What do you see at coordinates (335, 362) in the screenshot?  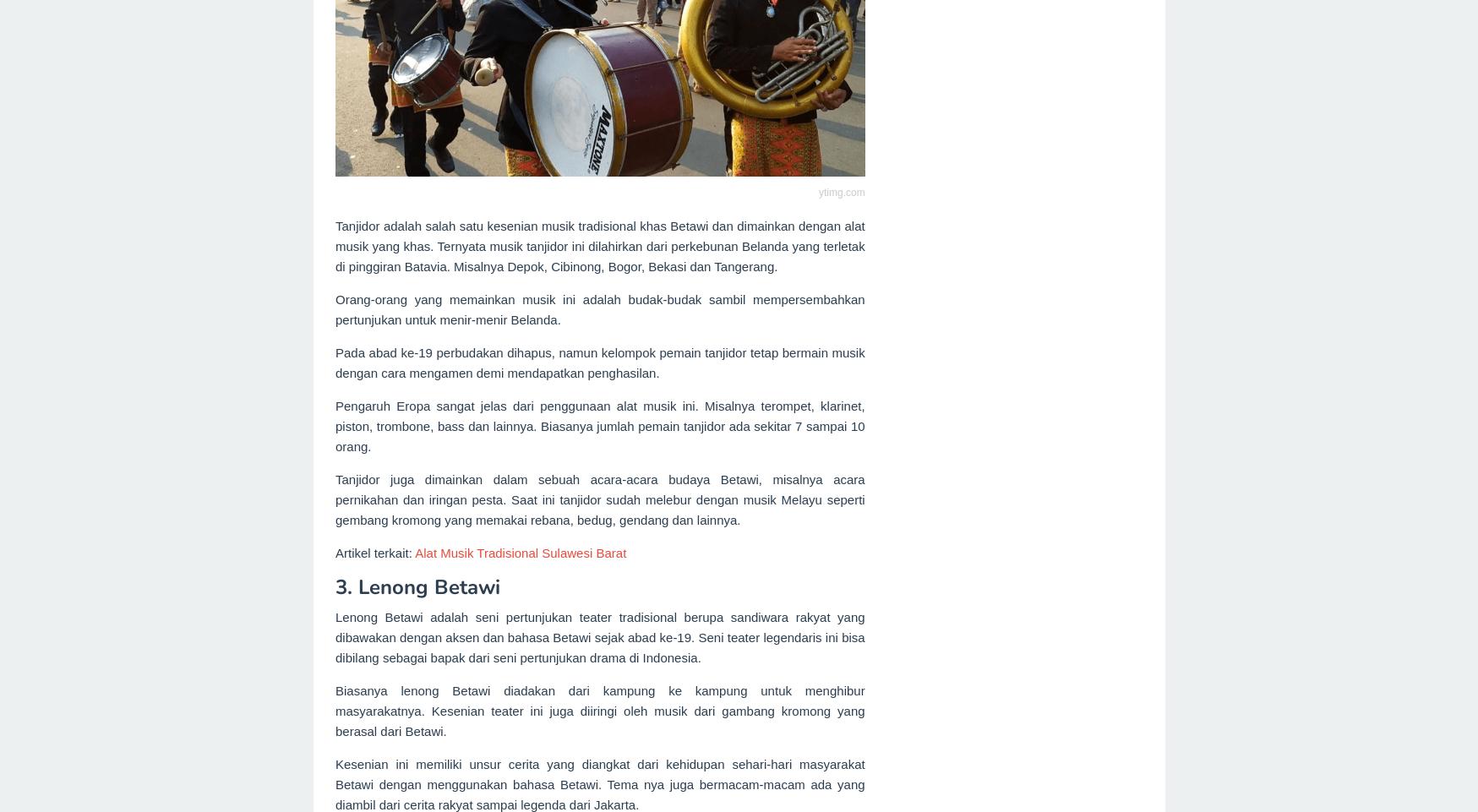 I see `'Pada abad ke-19 perbudakan dihapus, namun kelompok pemain tanjidor tetap bermain musik dengan cara mengamen demi mendapatkan penghasilan.'` at bounding box center [335, 362].